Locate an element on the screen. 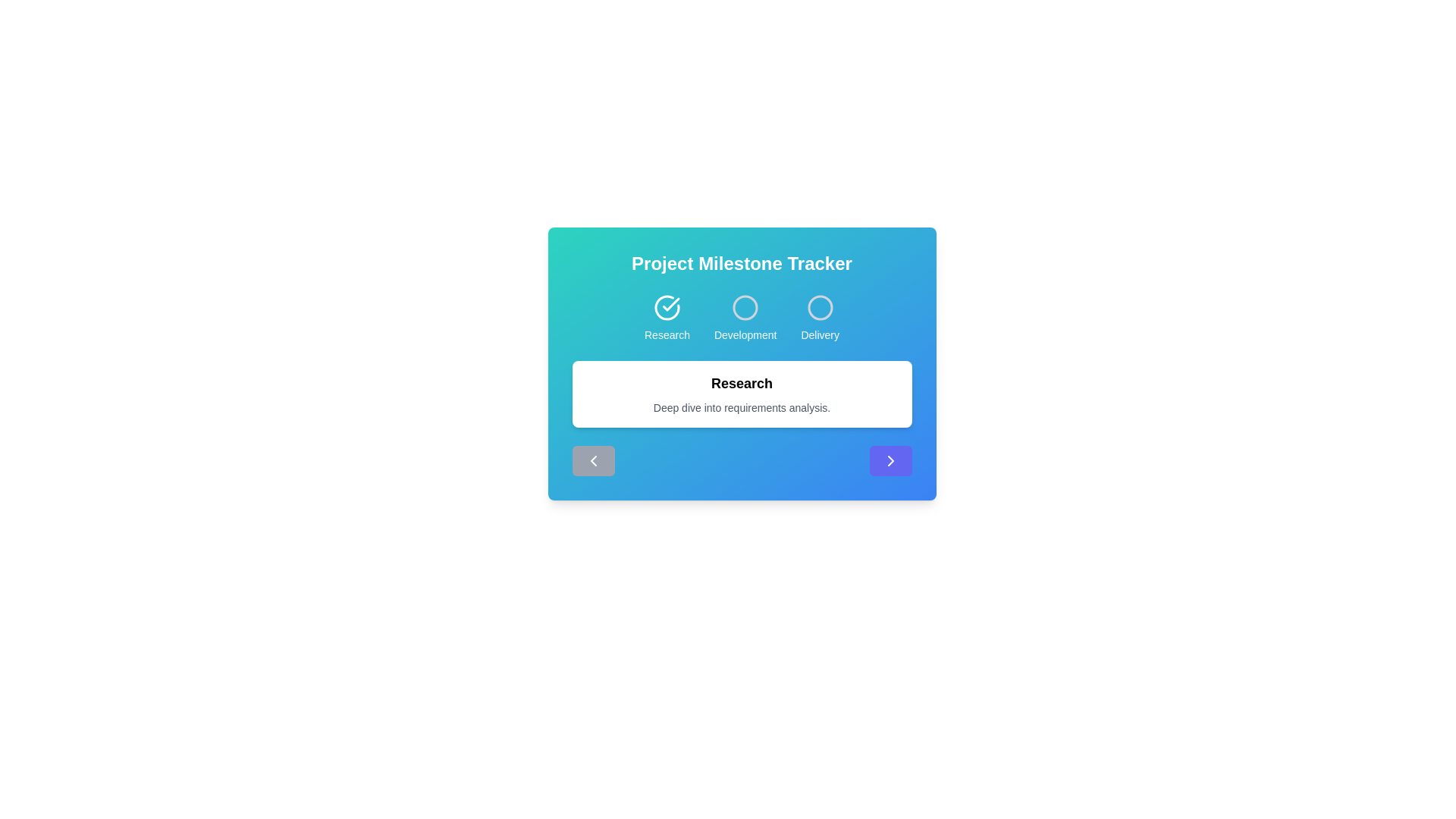  the inner circle of the second icon labeled 'Development' in the 'Project Milestone Tracker' section is located at coordinates (745, 307).